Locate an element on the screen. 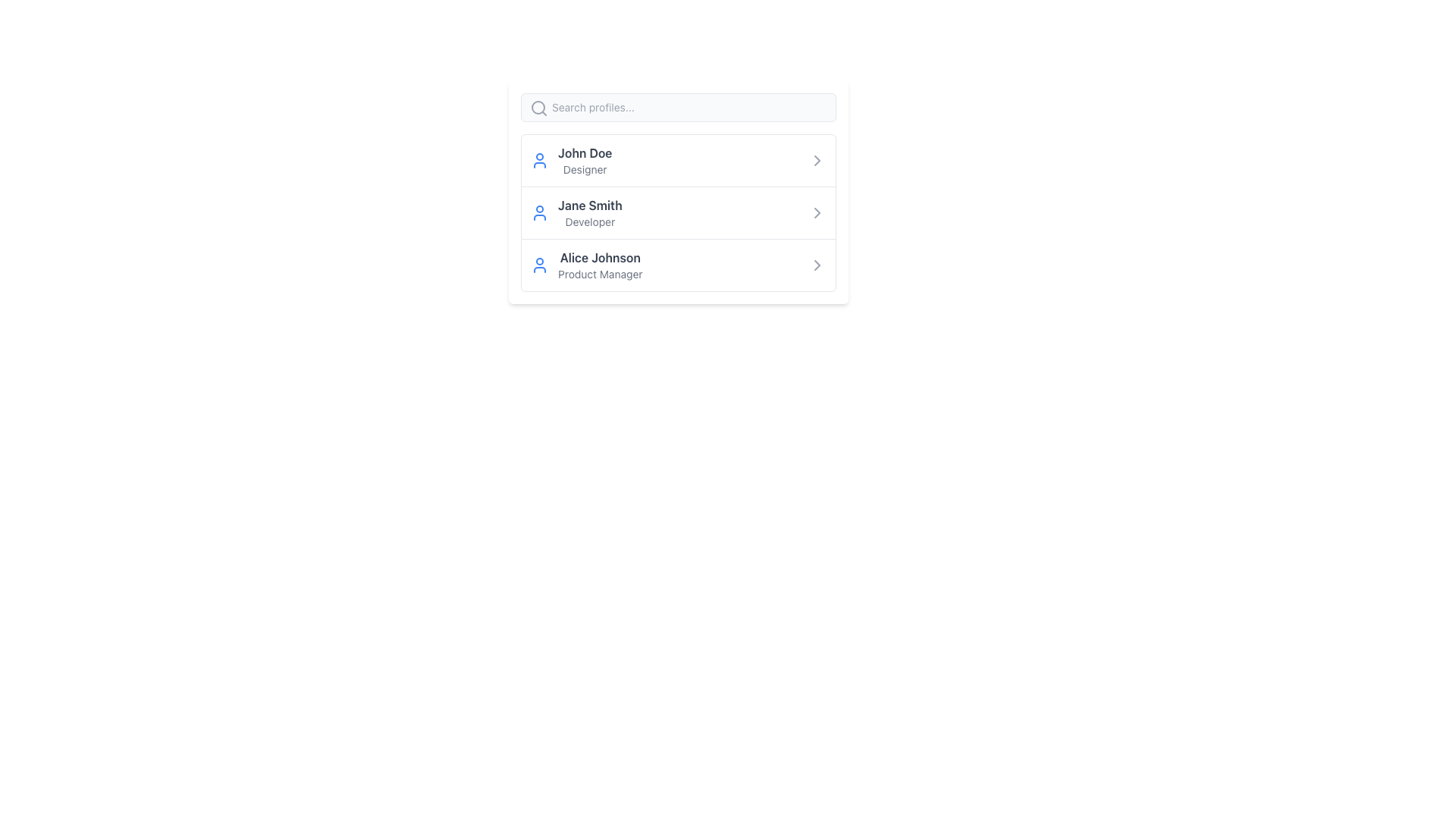 The width and height of the screenshot is (1456, 819). the first entry of the profile list displaying user information, which includes their name and designation is located at coordinates (584, 161).